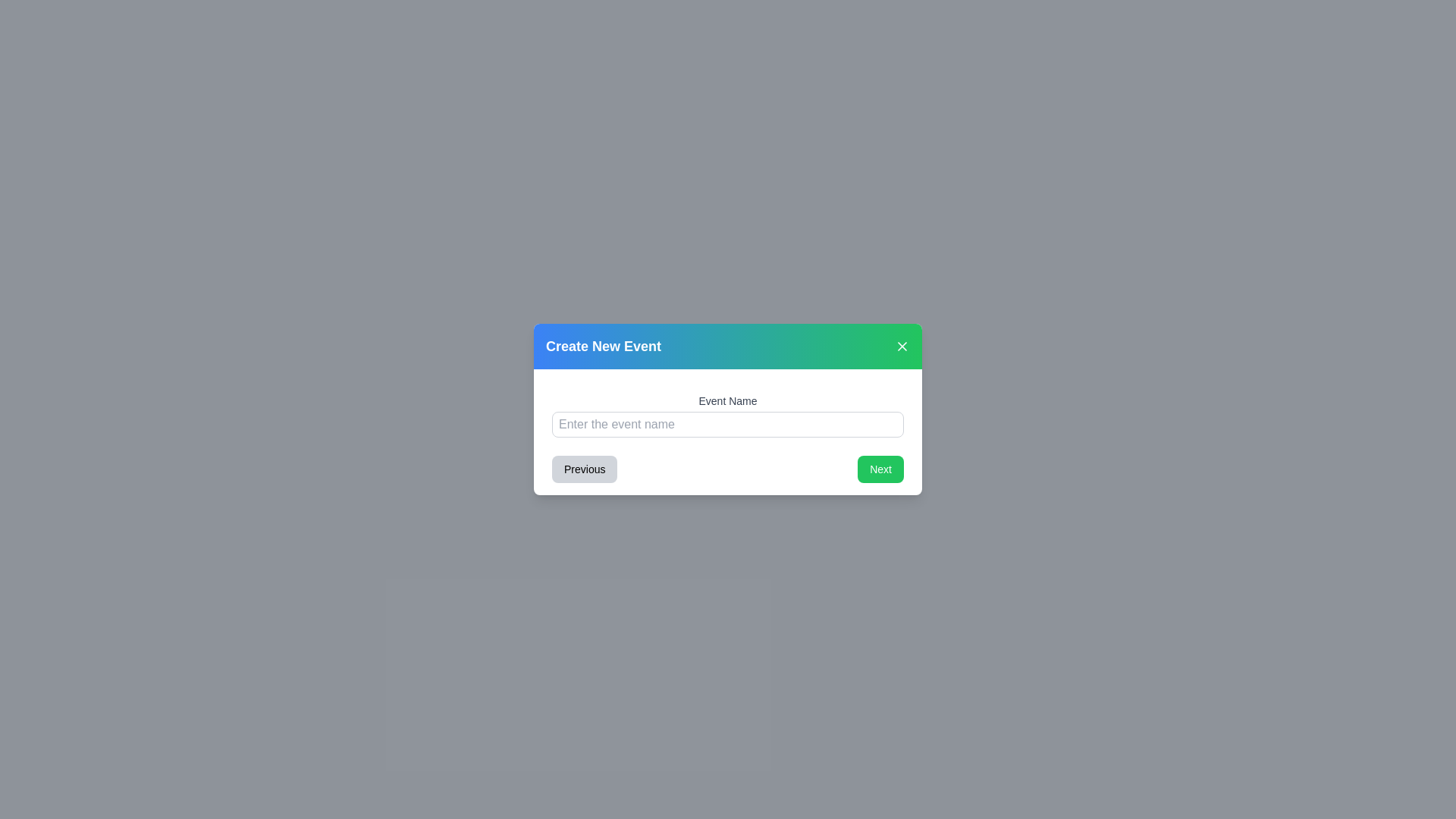 Image resolution: width=1456 pixels, height=819 pixels. What do you see at coordinates (902, 346) in the screenshot?
I see `the close button represented by a circular icon with an 'X' symbol in the center, located in the top-right corner of the 'Create New Event' modal header` at bounding box center [902, 346].